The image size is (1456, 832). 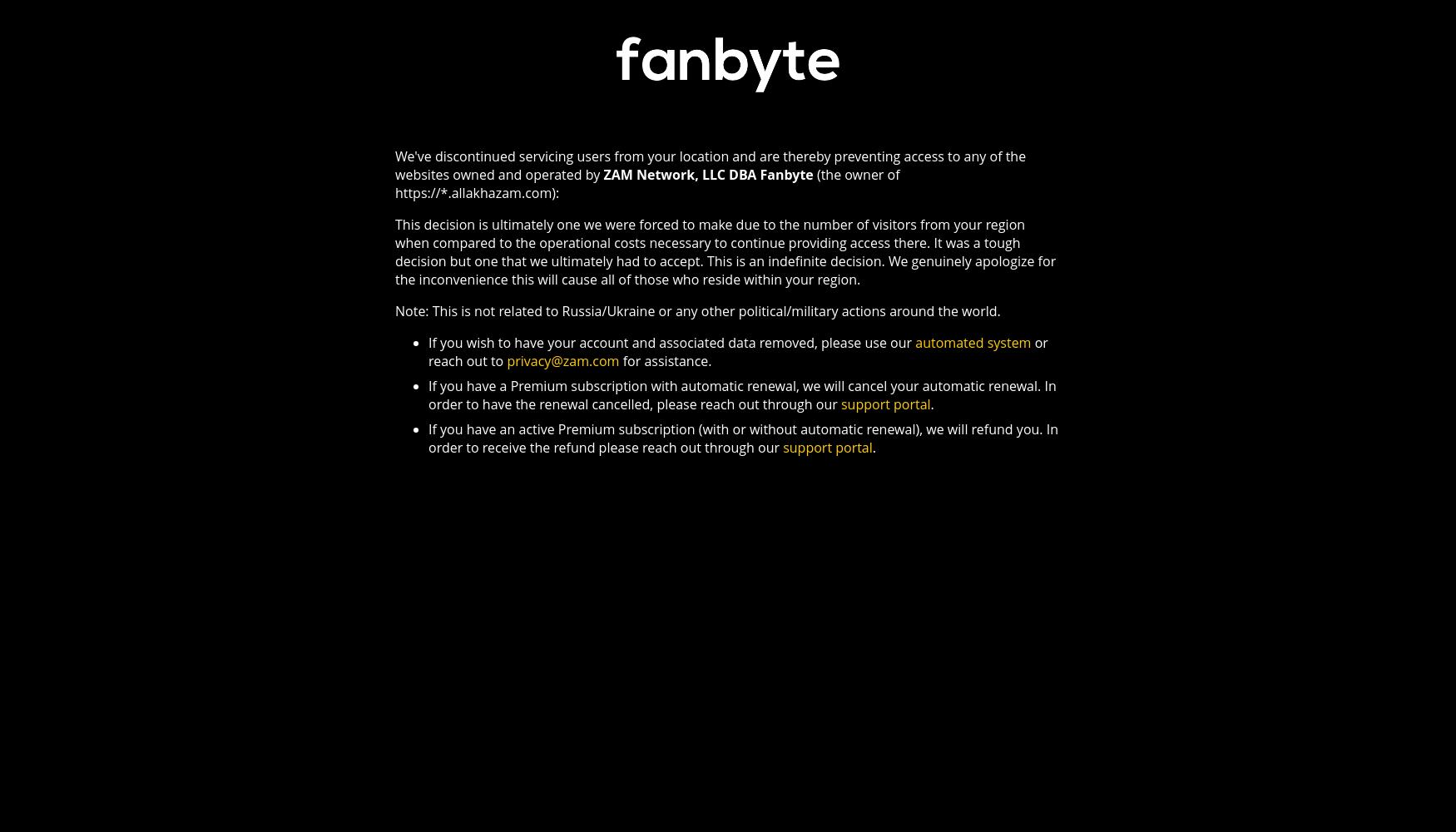 I want to click on 'ZAM Network, LLC DBA Fanbyte', so click(x=708, y=173).